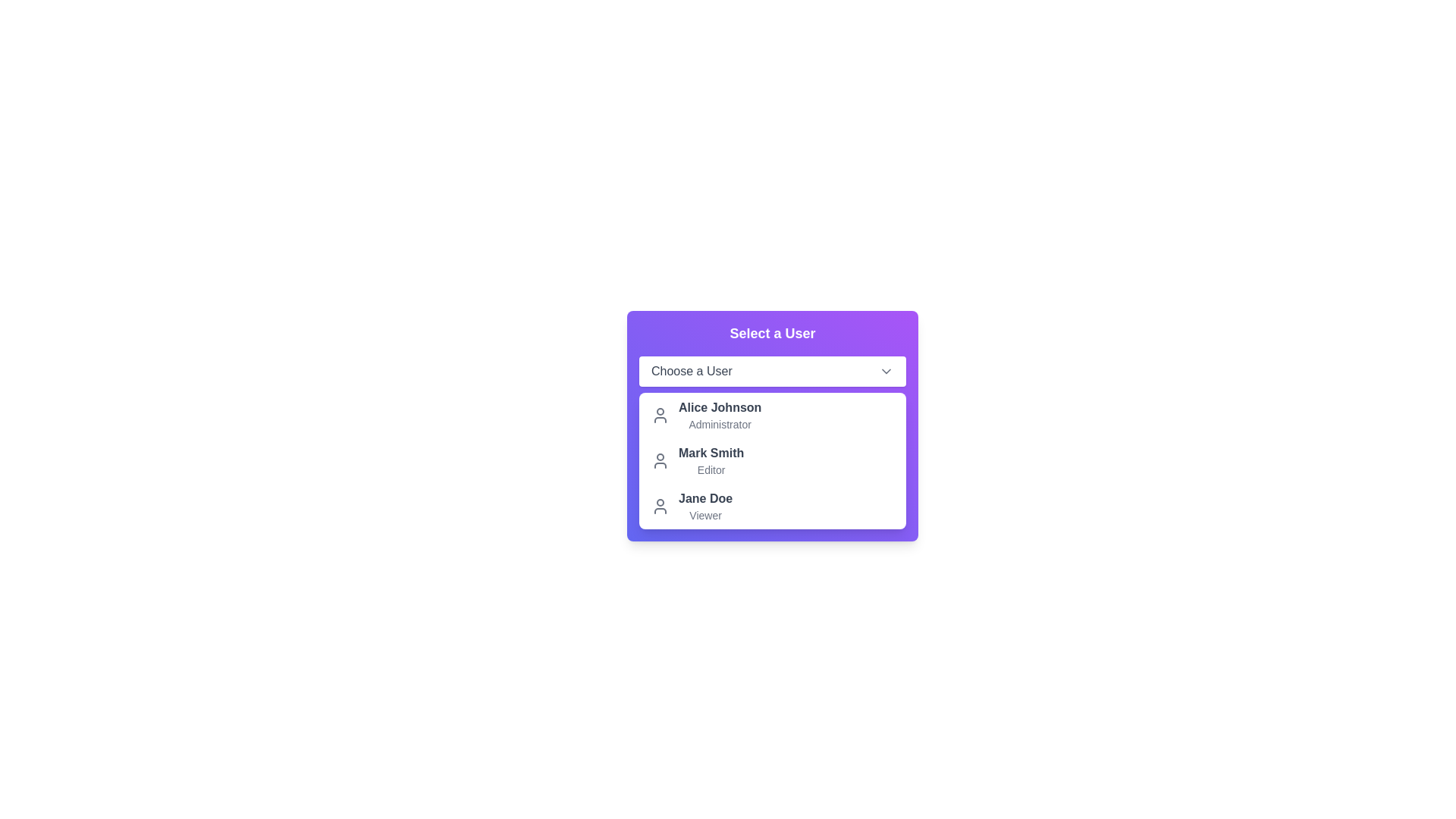  Describe the element at coordinates (711, 460) in the screenshot. I see `the Composite text label that identifies the second user in the list, positioned between 'Alice Johnson - Administrator' and 'Jane Doe - Viewer'` at that location.